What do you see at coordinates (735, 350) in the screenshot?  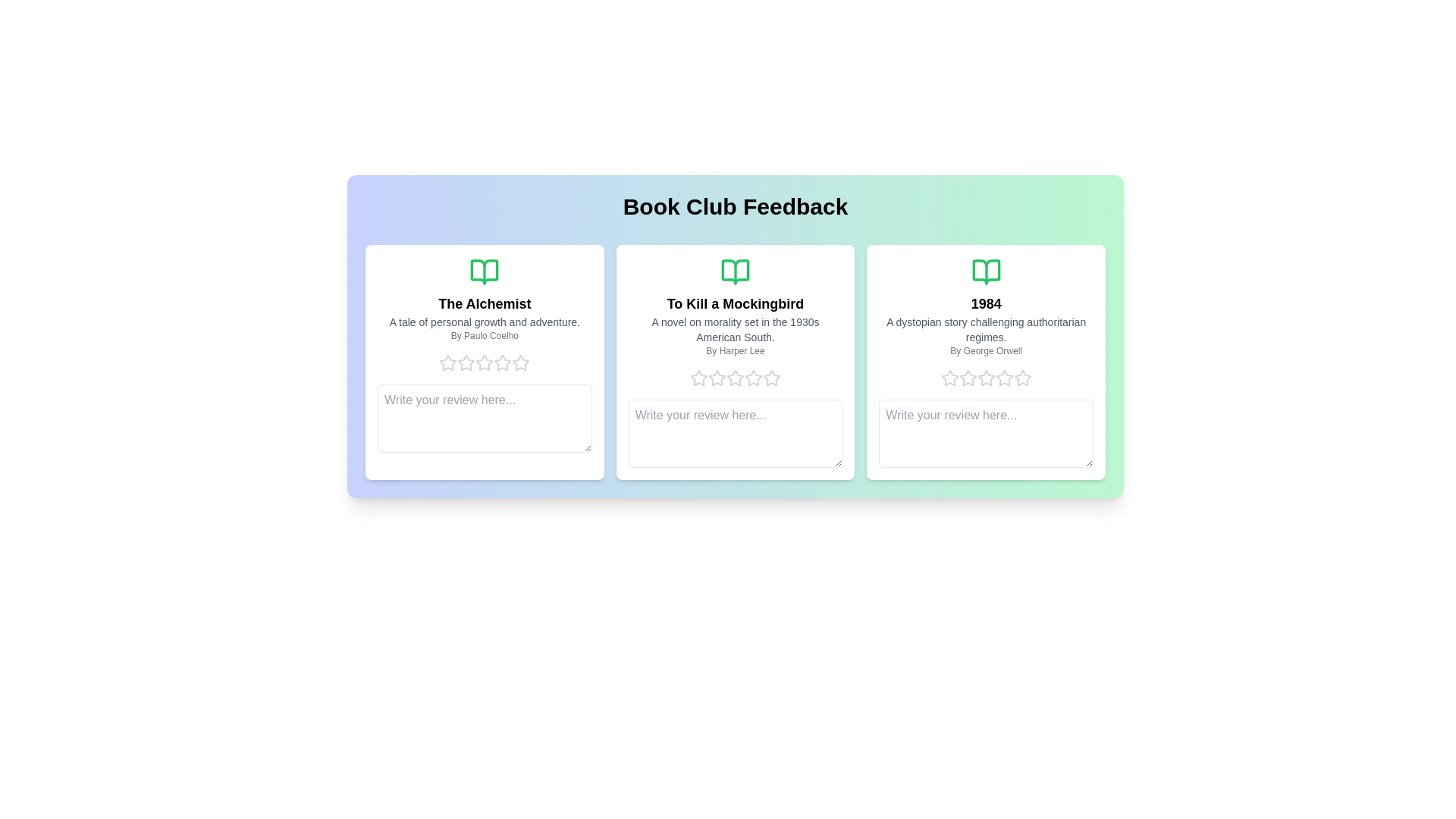 I see `the Static Label that provides attribution for the book's author, located in the second card from the left, below the main book description and above the rating stars` at bounding box center [735, 350].